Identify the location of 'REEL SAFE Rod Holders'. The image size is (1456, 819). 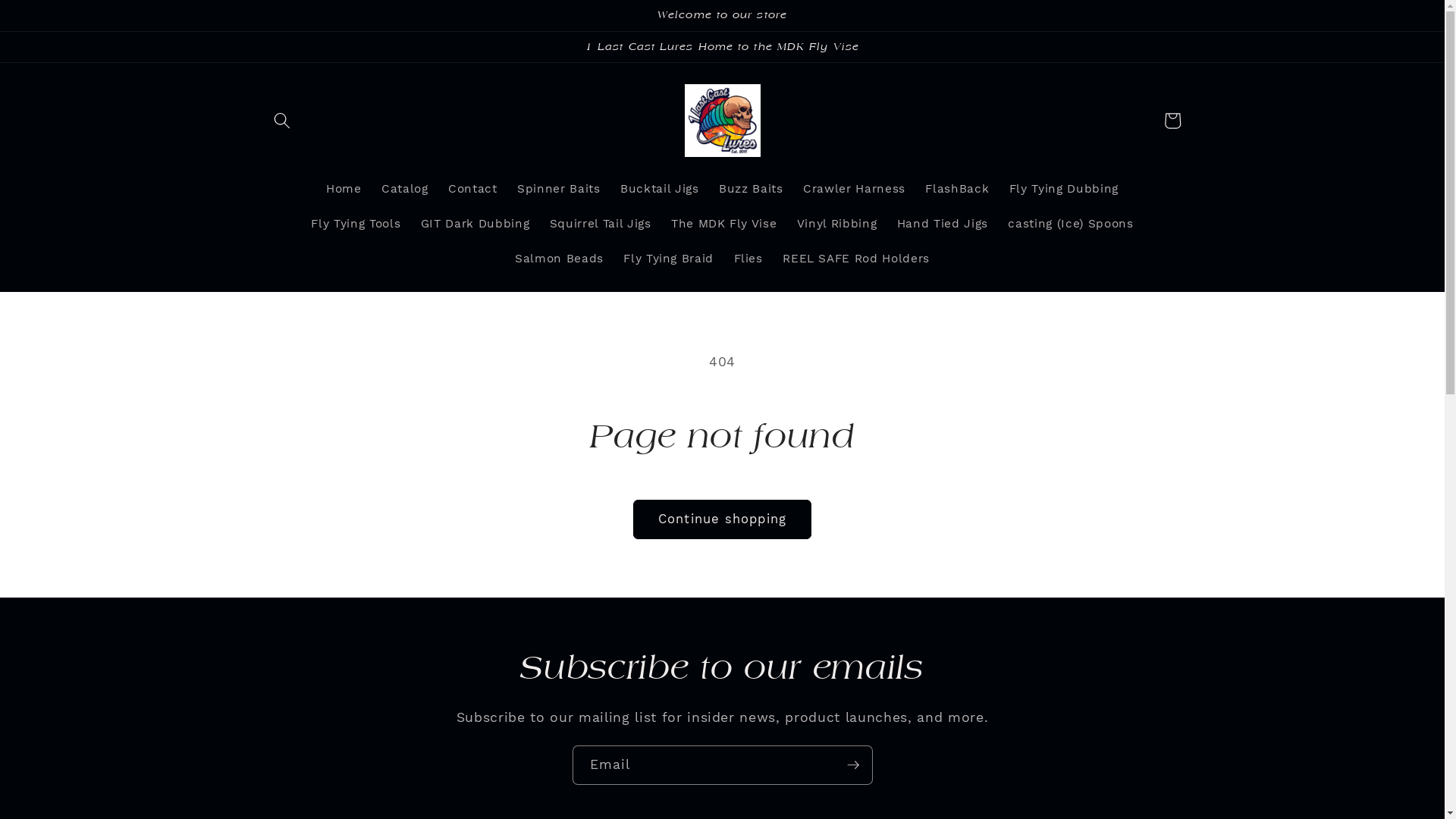
(855, 259).